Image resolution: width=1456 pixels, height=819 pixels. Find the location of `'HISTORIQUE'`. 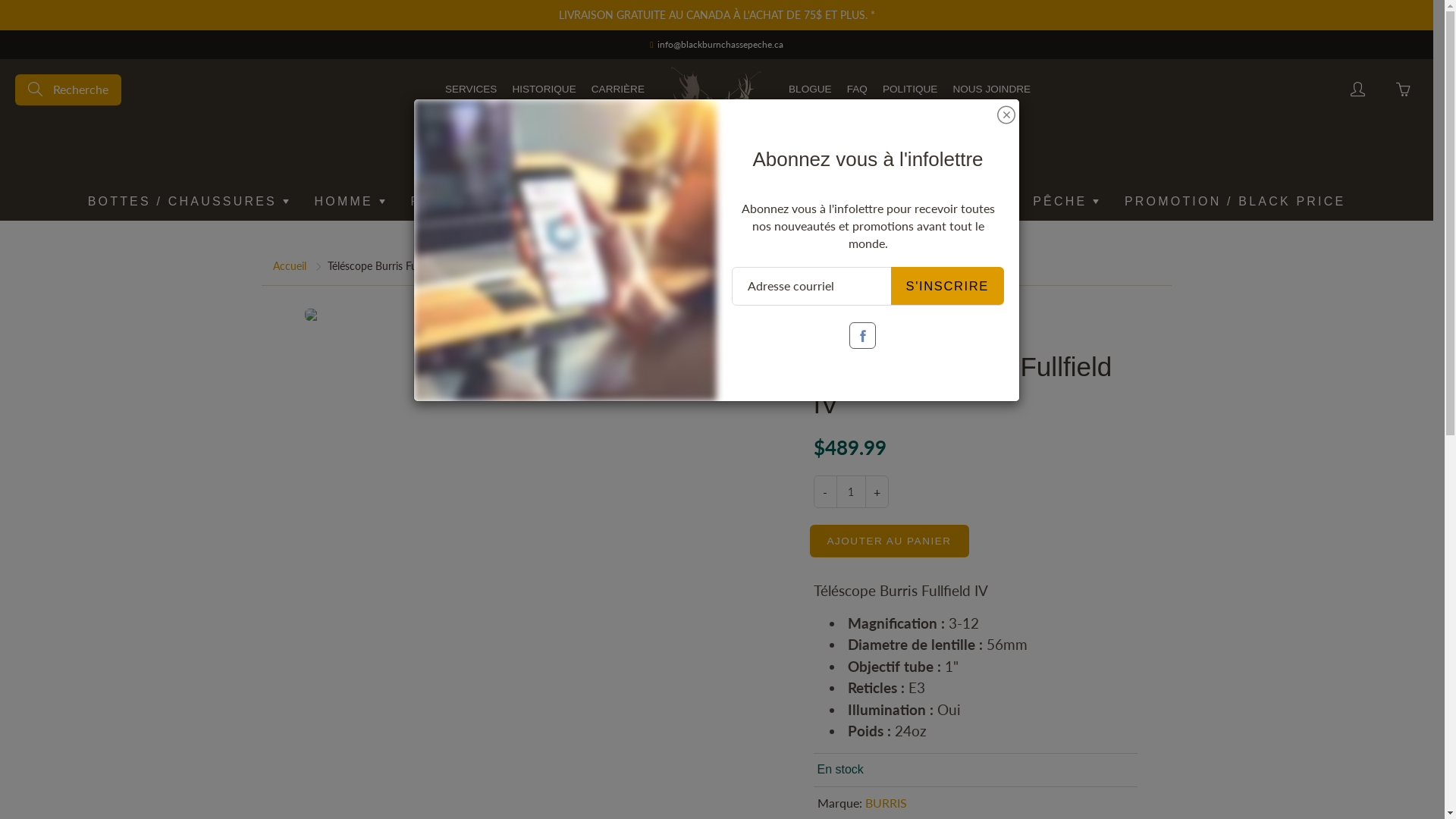

'HISTORIQUE' is located at coordinates (543, 89).